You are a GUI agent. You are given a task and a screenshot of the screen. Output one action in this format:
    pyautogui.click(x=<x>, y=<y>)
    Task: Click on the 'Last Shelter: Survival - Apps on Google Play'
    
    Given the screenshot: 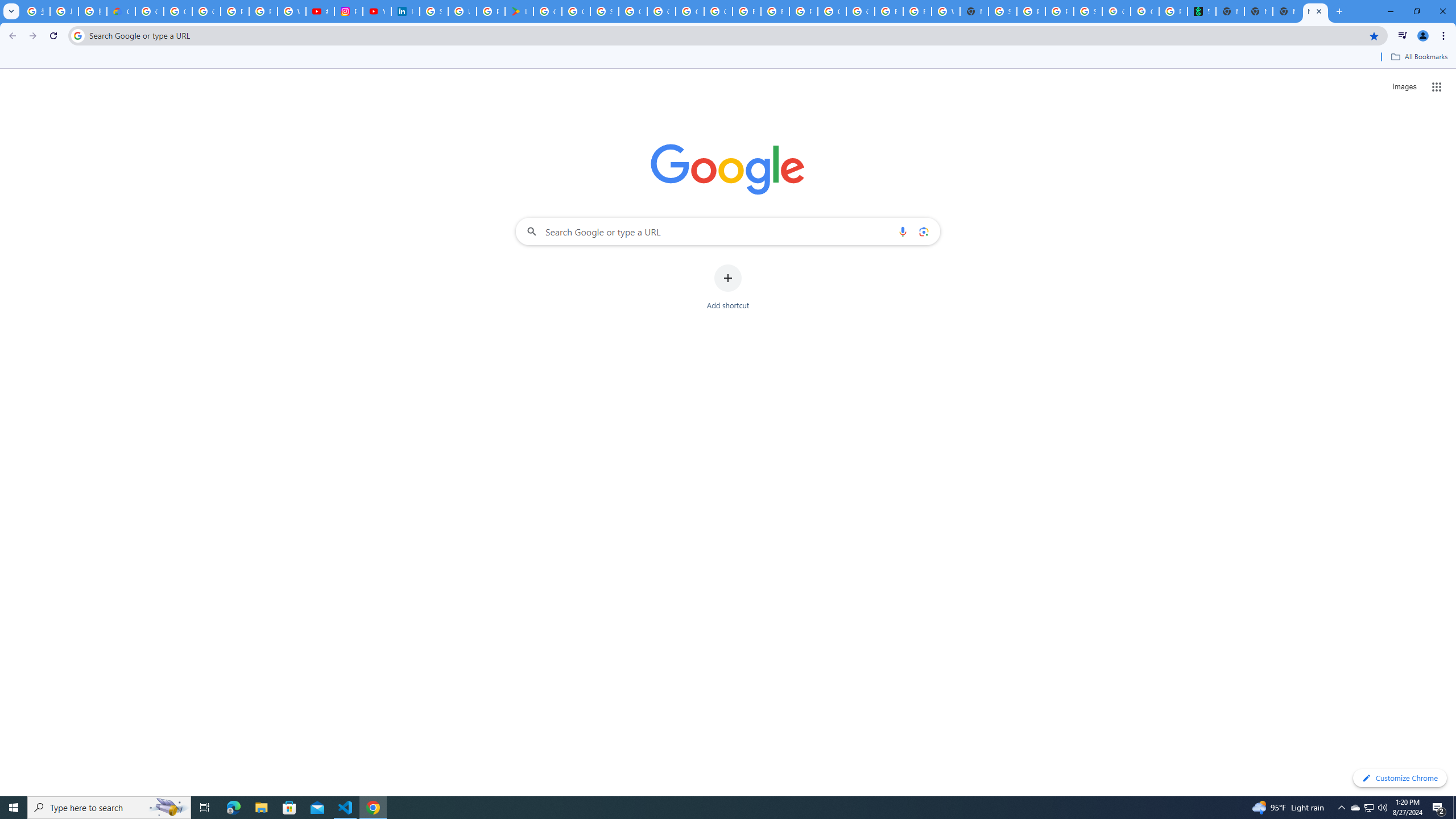 What is the action you would take?
    pyautogui.click(x=519, y=11)
    